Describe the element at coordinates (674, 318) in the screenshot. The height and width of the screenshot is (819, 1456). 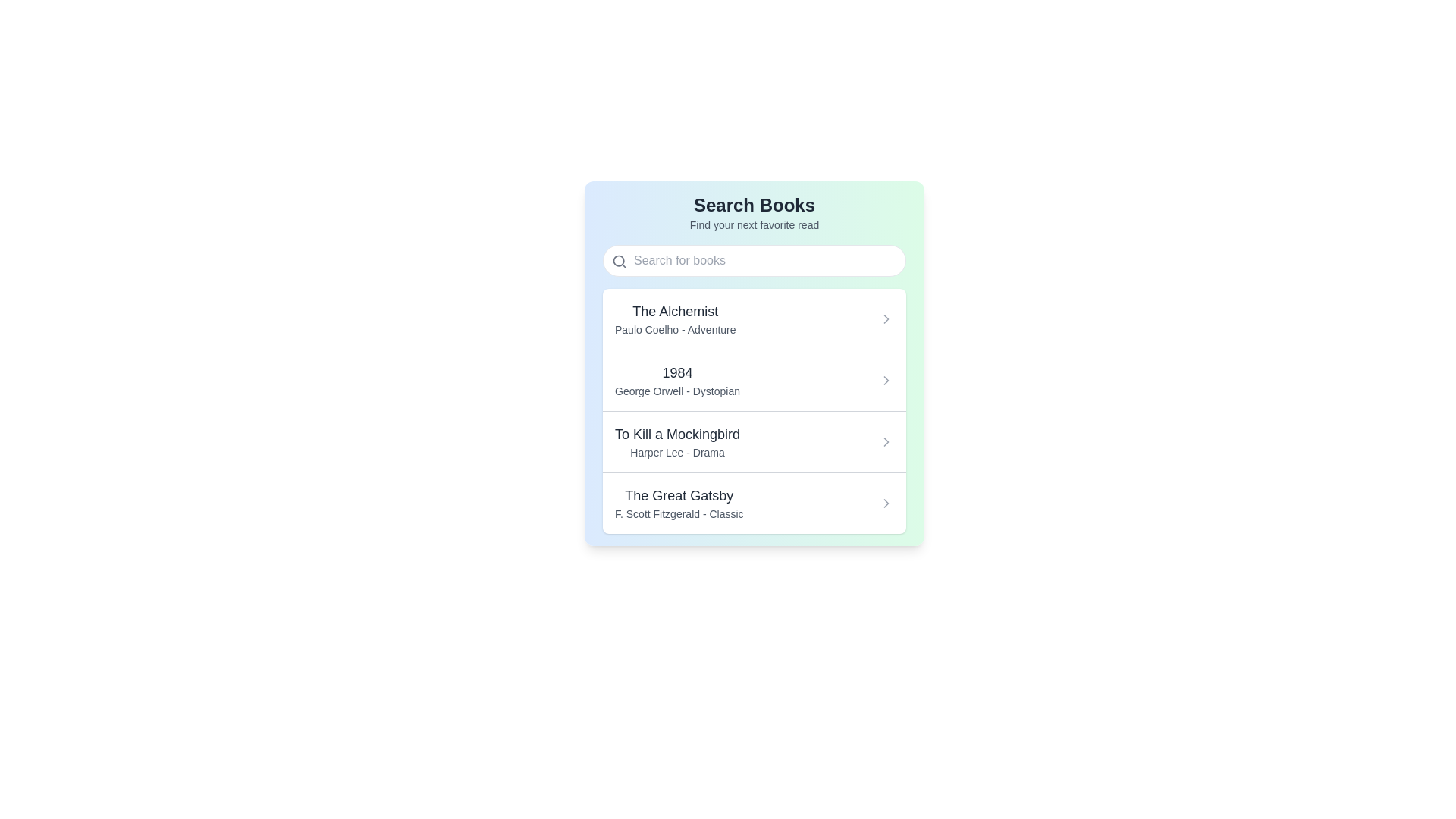
I see `the first selectable item in the book list` at that location.